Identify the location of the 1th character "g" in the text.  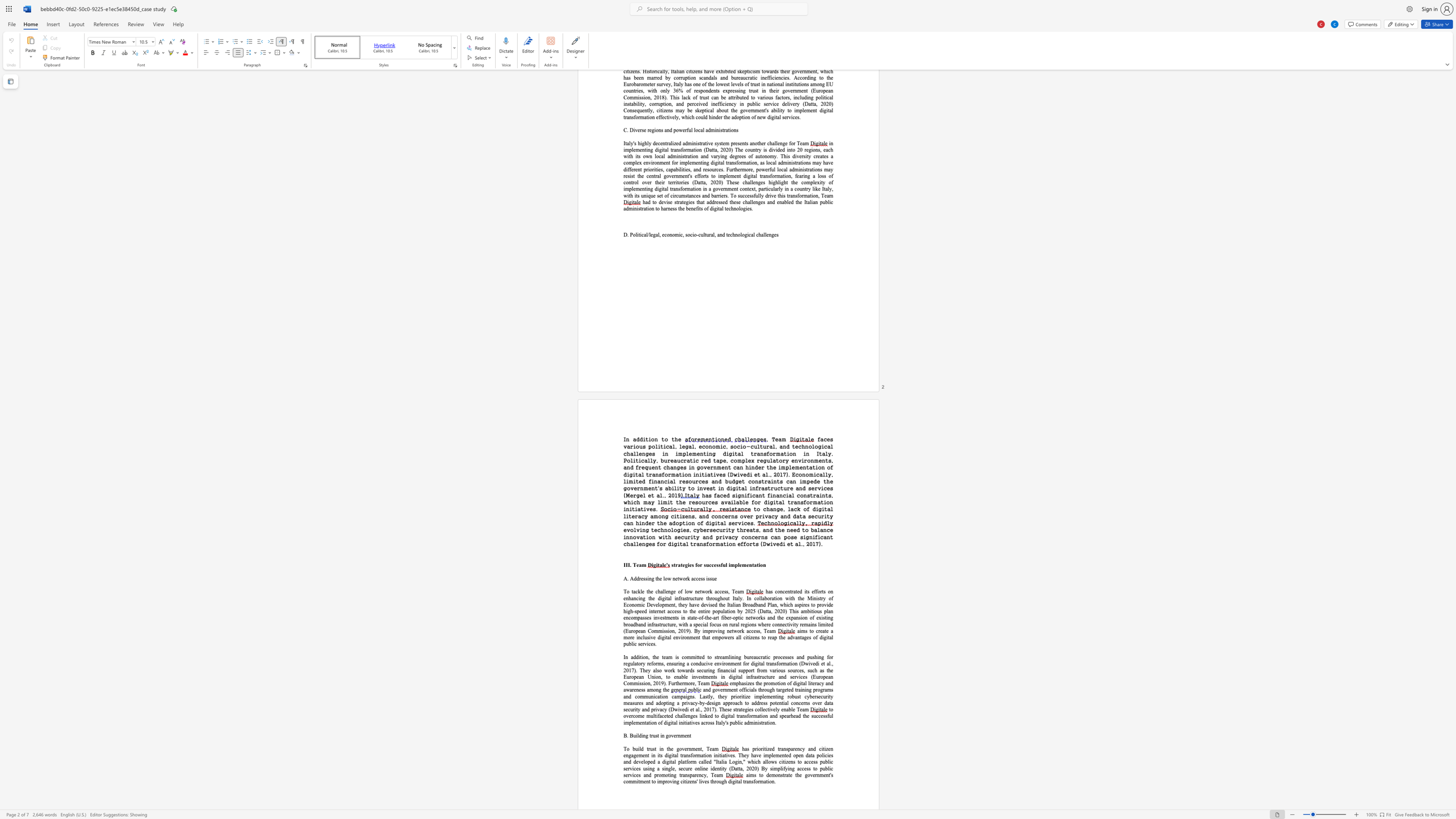
(647, 735).